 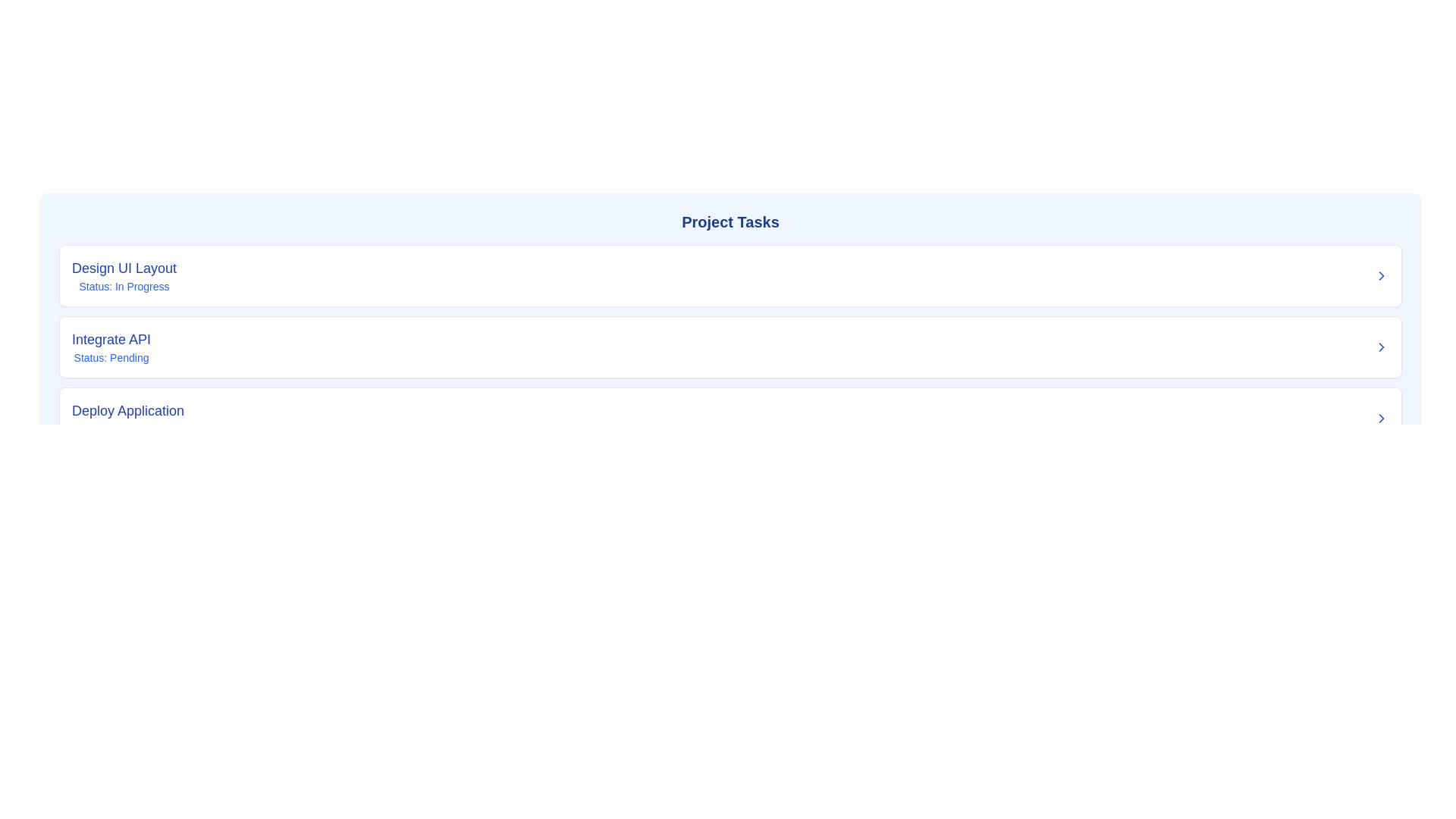 I want to click on the header text component displaying the title and status of the task labeled 'Integrate API', which is positioned between the 'Design UI Layout' card and the 'Deploy Application' card in the center of the webpage, so click(x=111, y=347).